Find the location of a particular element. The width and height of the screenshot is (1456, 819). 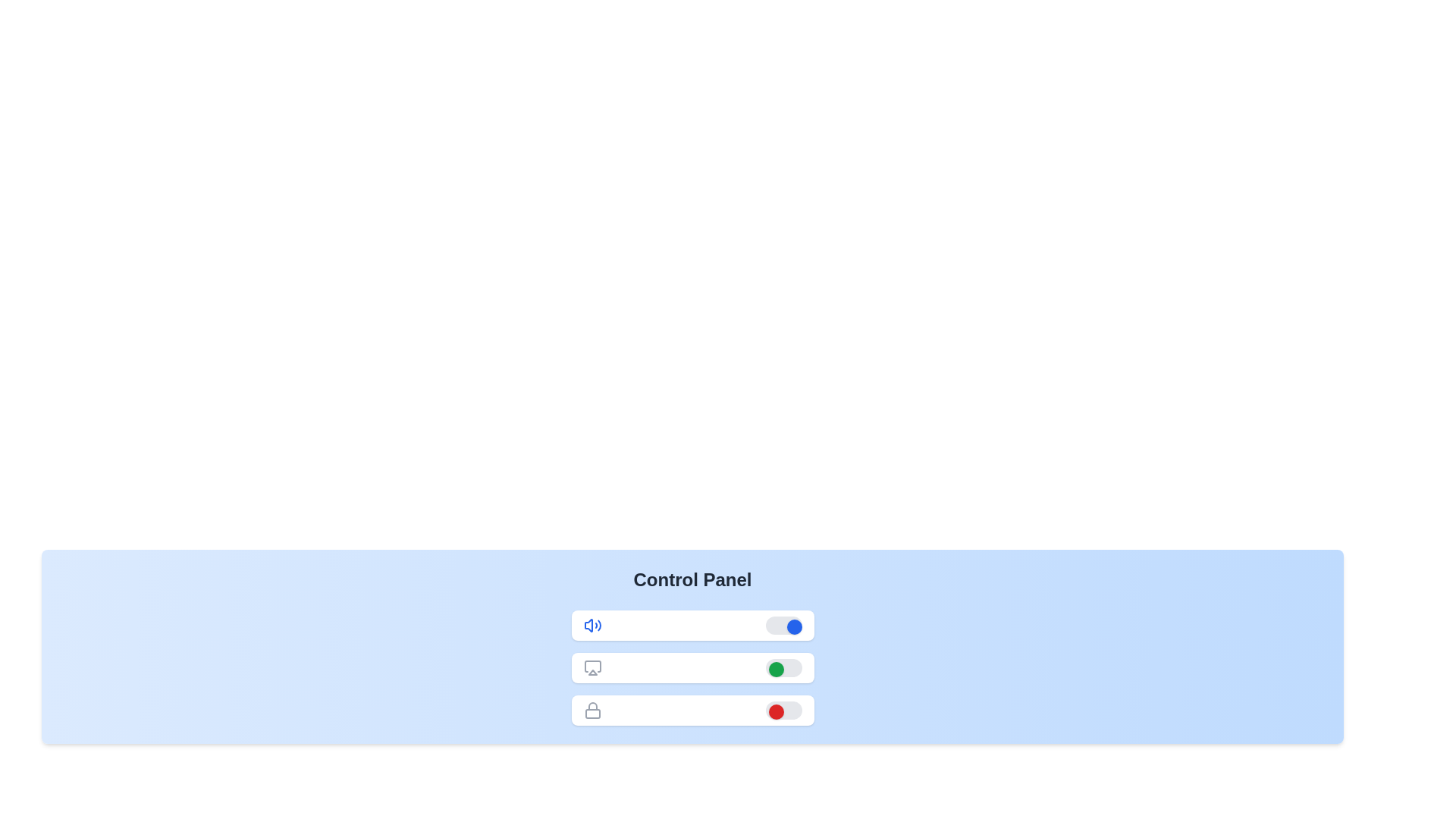

the decorative vector graphic component that is part of the lock icon in the third row of the control panel, located near the red-colored toggle switch is located at coordinates (591, 714).